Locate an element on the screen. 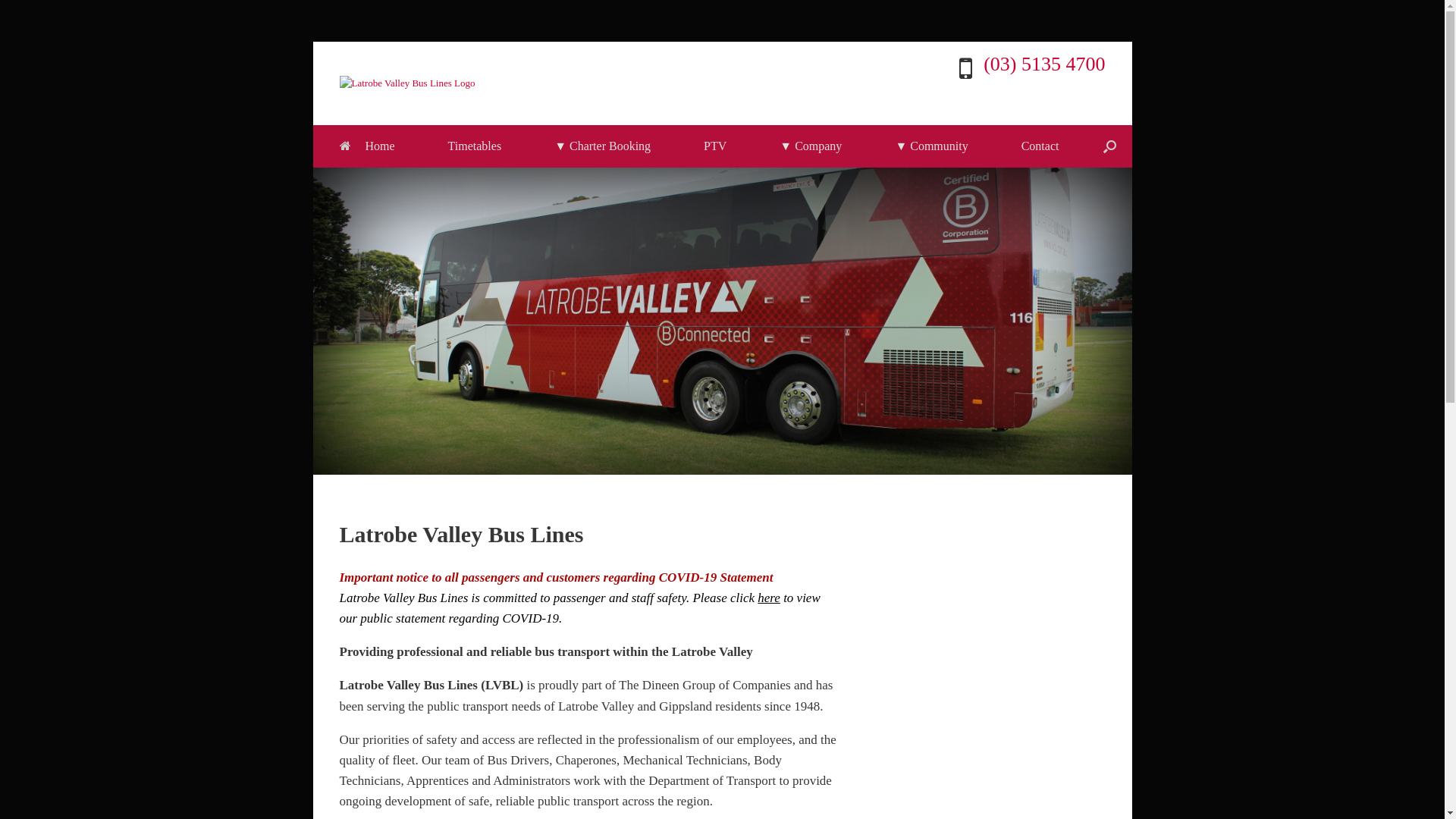  '(03) 5135 4700' is located at coordinates (1043, 63).